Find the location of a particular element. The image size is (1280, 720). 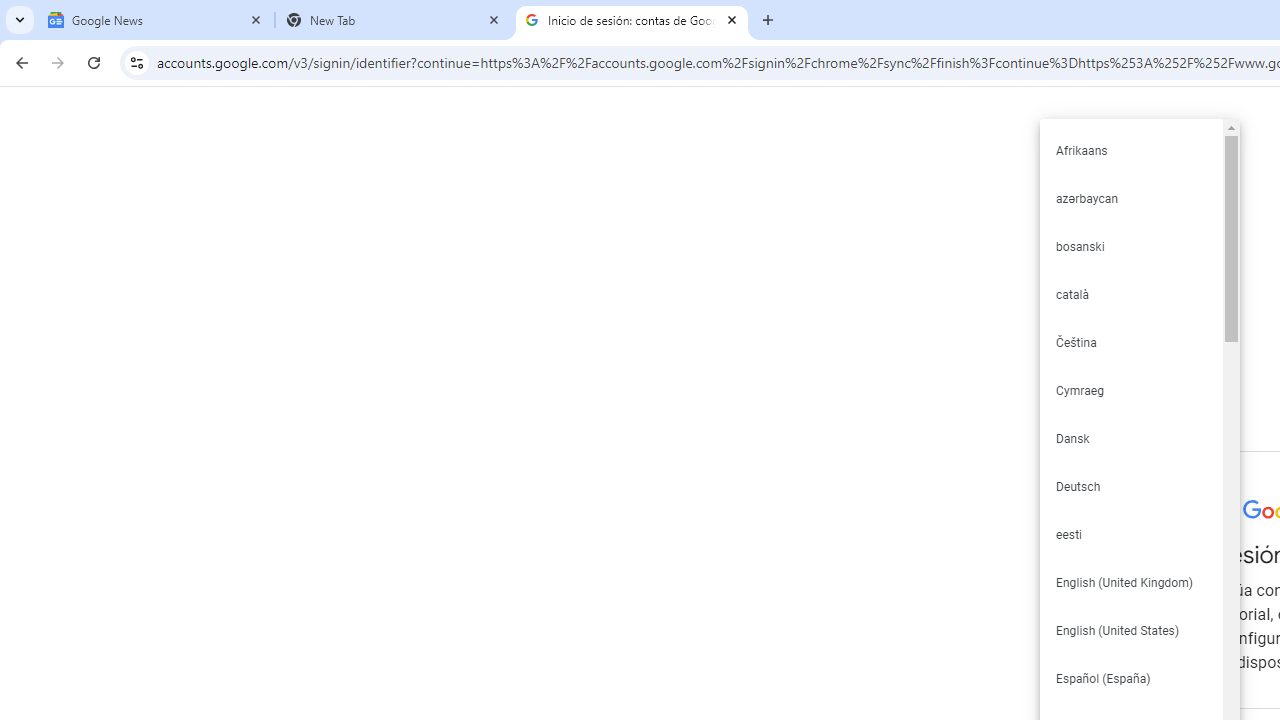

'Afrikaans' is located at coordinates (1130, 149).